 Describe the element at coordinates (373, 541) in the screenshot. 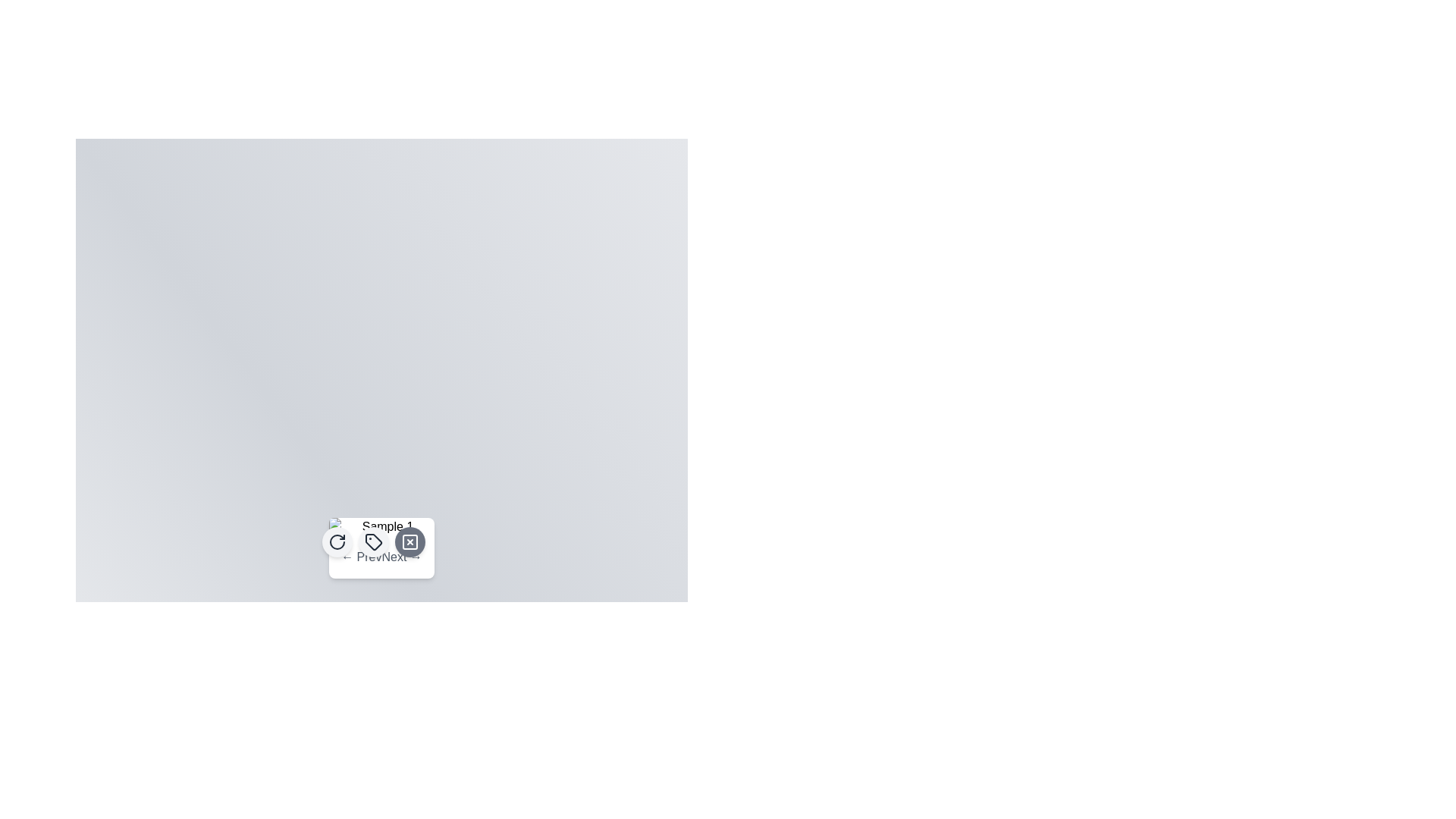

I see `the tag-like icon located in the bottom center of the interface, which is part of a small icon set and serves tagging or categorization functionality` at that location.